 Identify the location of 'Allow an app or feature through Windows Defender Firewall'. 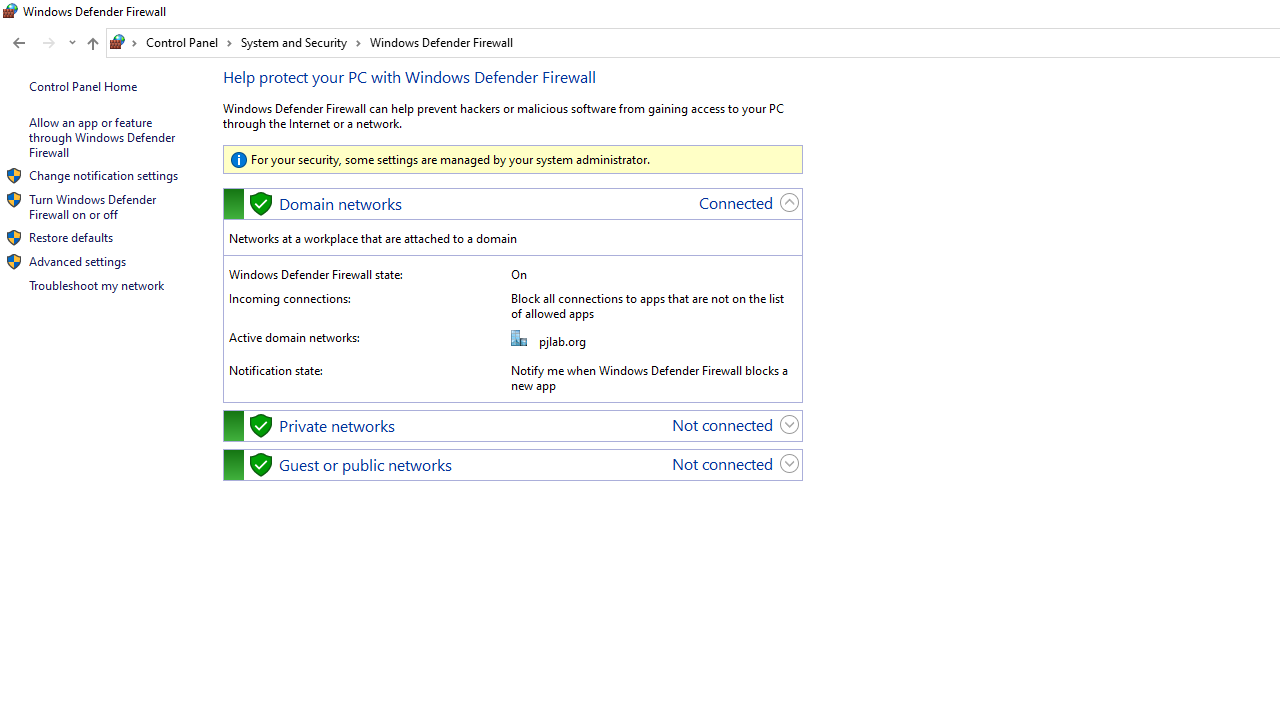
(102, 136).